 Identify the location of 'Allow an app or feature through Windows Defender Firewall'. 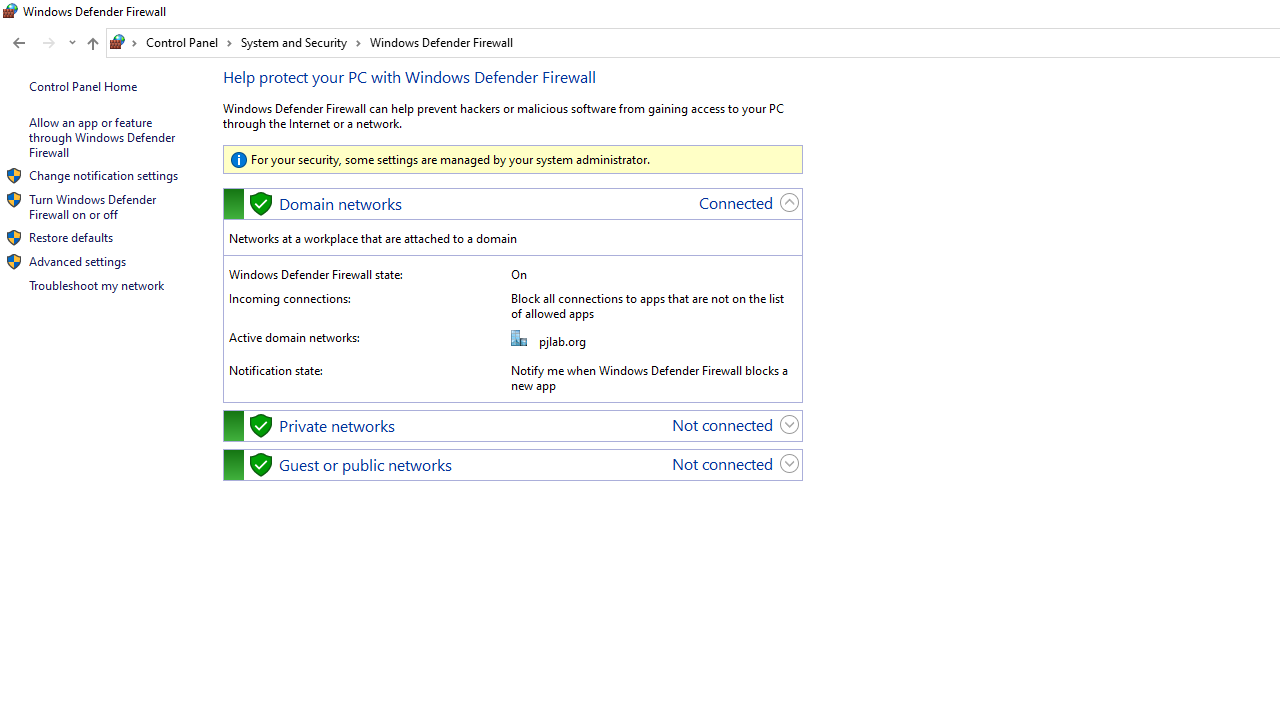
(102, 136).